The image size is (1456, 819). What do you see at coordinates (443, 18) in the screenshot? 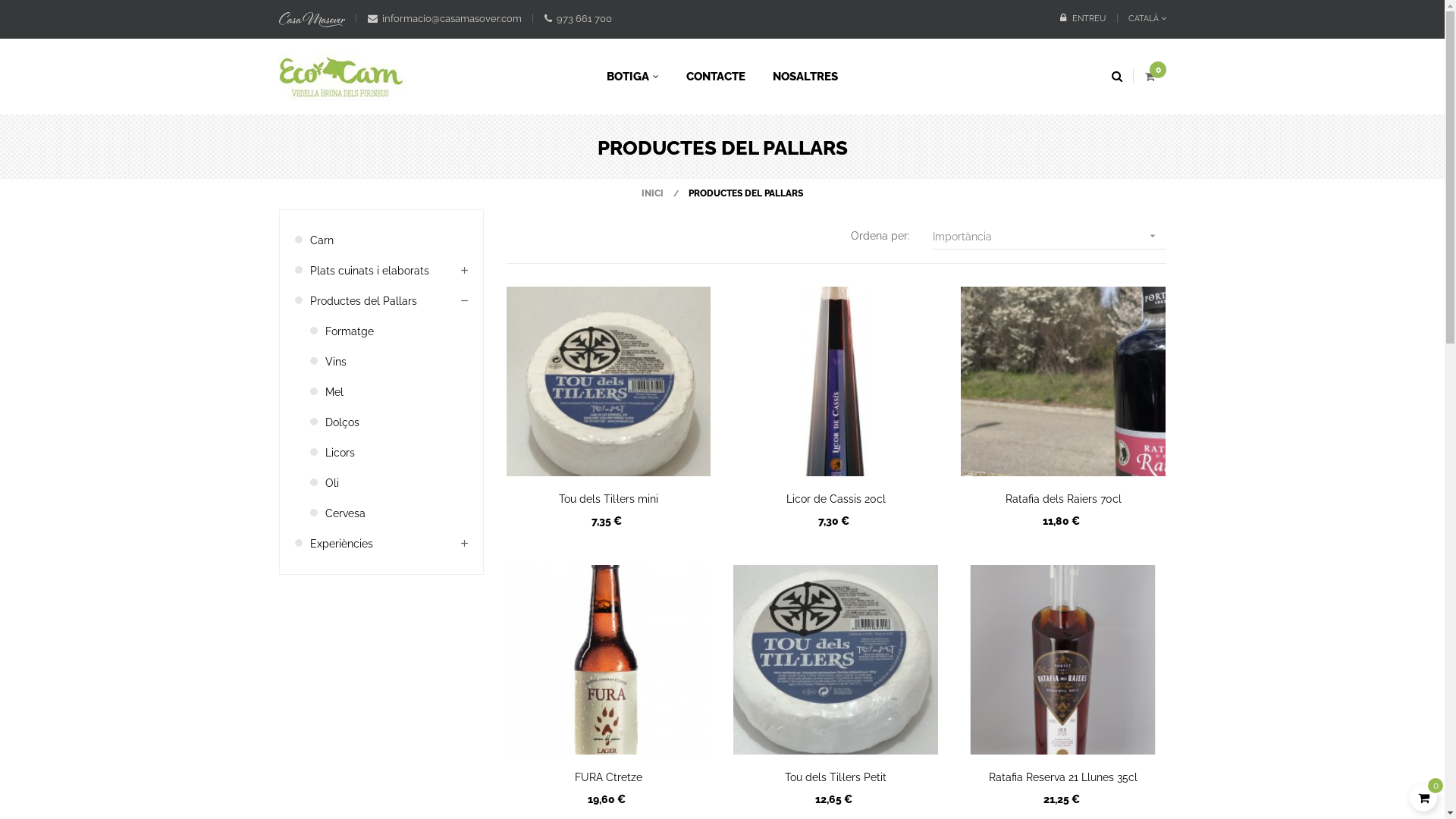
I see `'informacio@casamasover.com'` at bounding box center [443, 18].